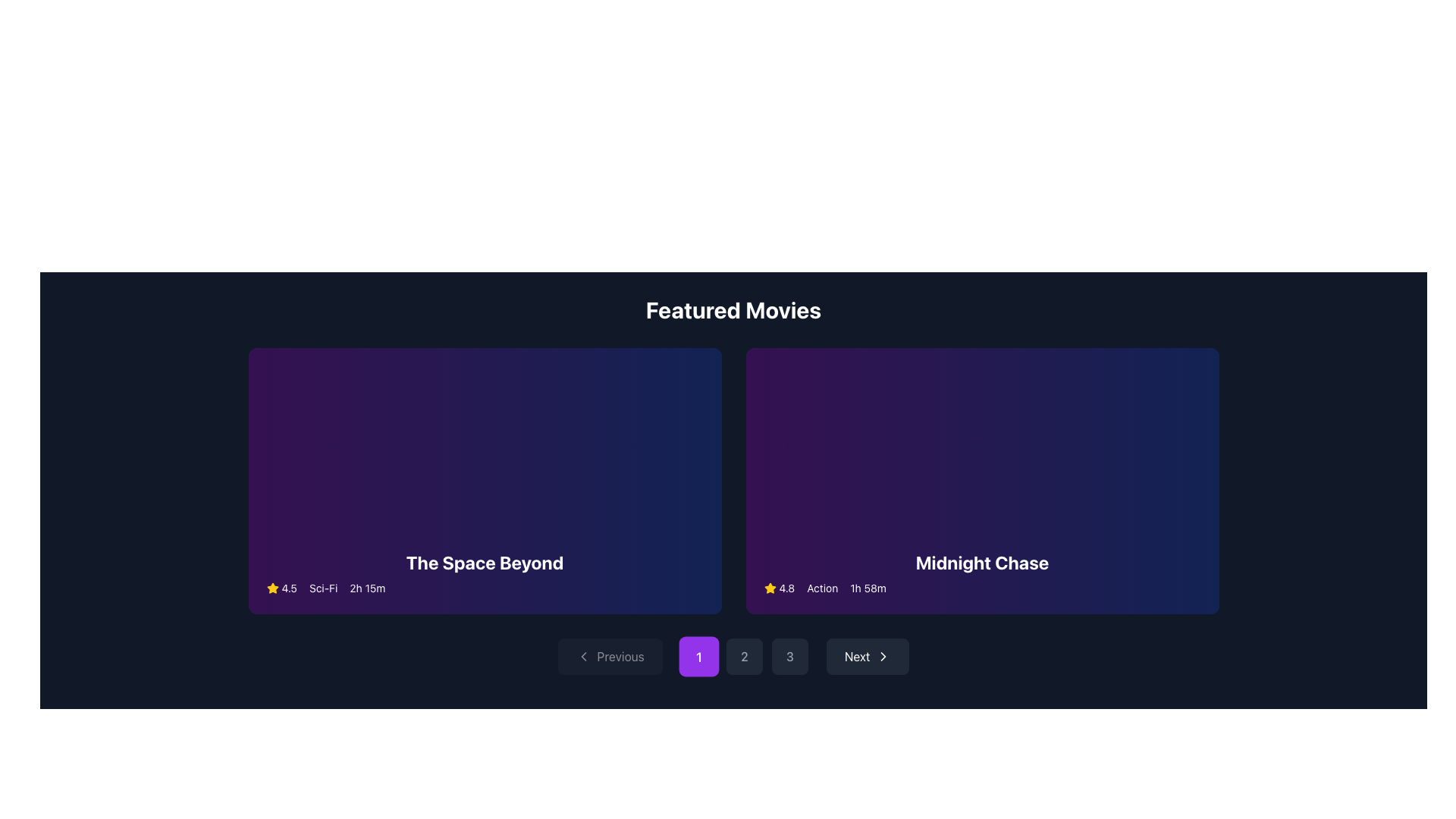 The height and width of the screenshot is (819, 1456). Describe the element at coordinates (582, 656) in the screenshot. I see `the leftward-pointing chevron arrow IconButton located in the bottom navigation section` at that location.